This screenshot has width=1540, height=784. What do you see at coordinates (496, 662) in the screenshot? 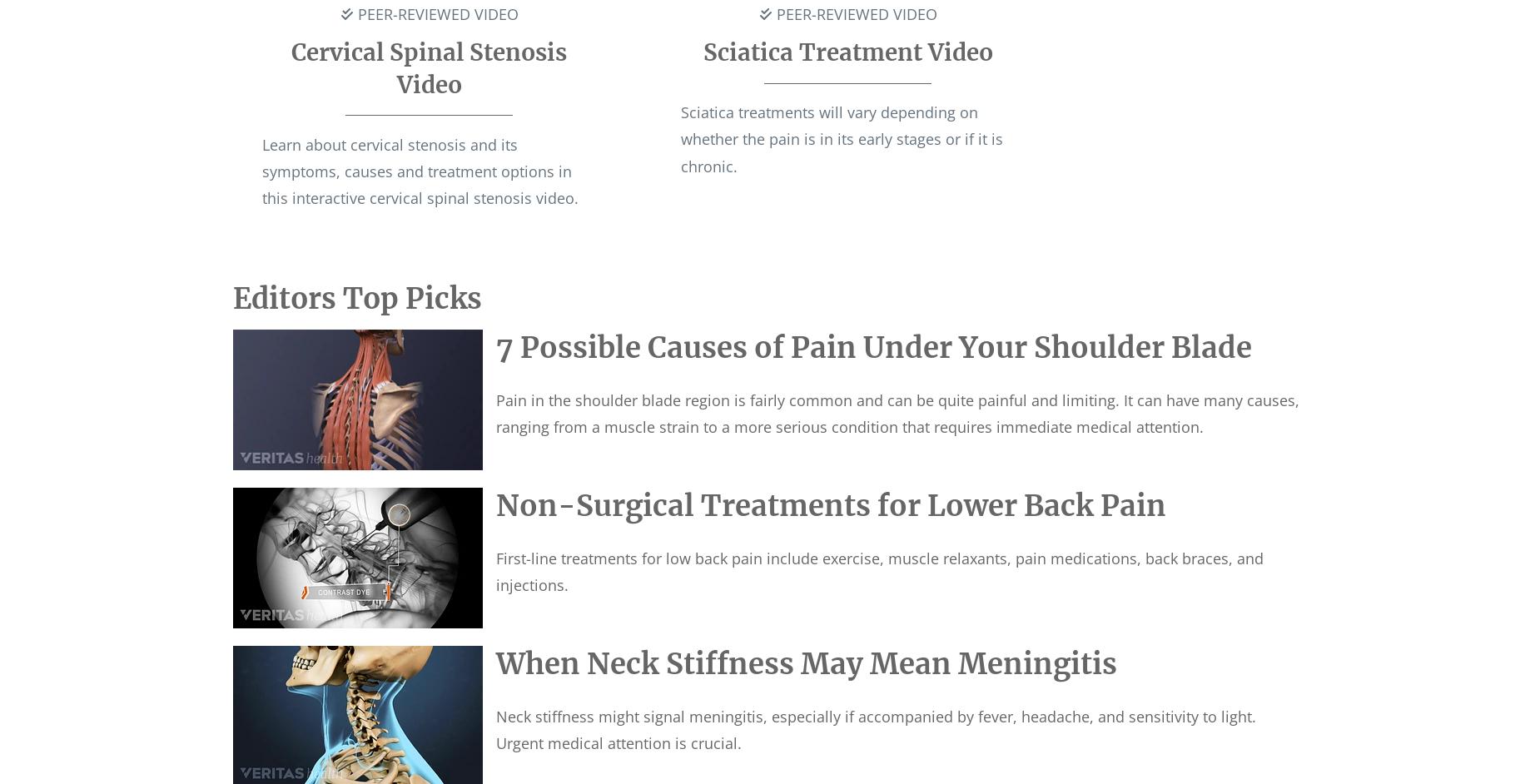
I see `'When Neck Stiffness May Mean Meningitis'` at bounding box center [496, 662].